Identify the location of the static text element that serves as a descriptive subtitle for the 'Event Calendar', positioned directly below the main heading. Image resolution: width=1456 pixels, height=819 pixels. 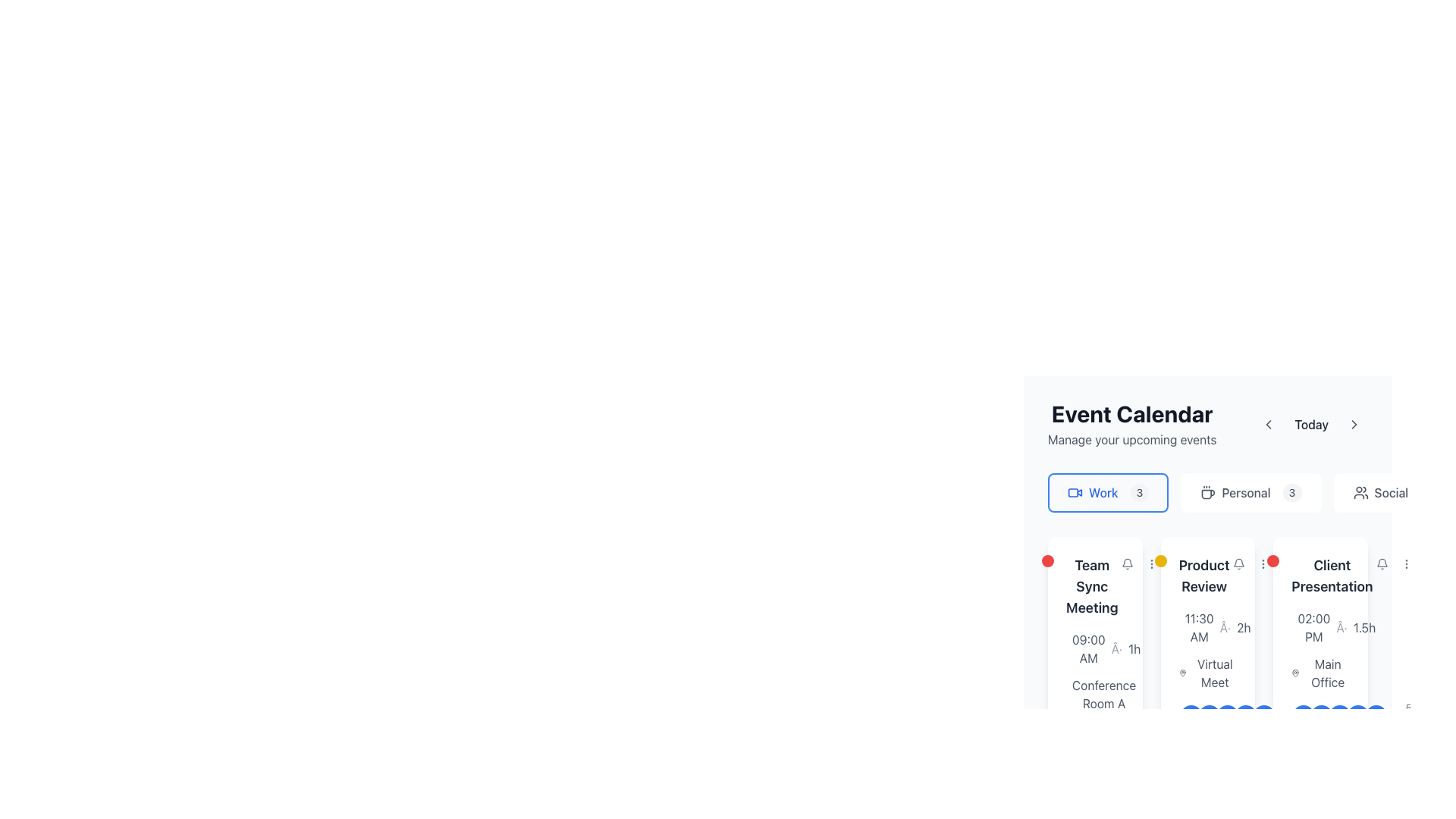
(1132, 439).